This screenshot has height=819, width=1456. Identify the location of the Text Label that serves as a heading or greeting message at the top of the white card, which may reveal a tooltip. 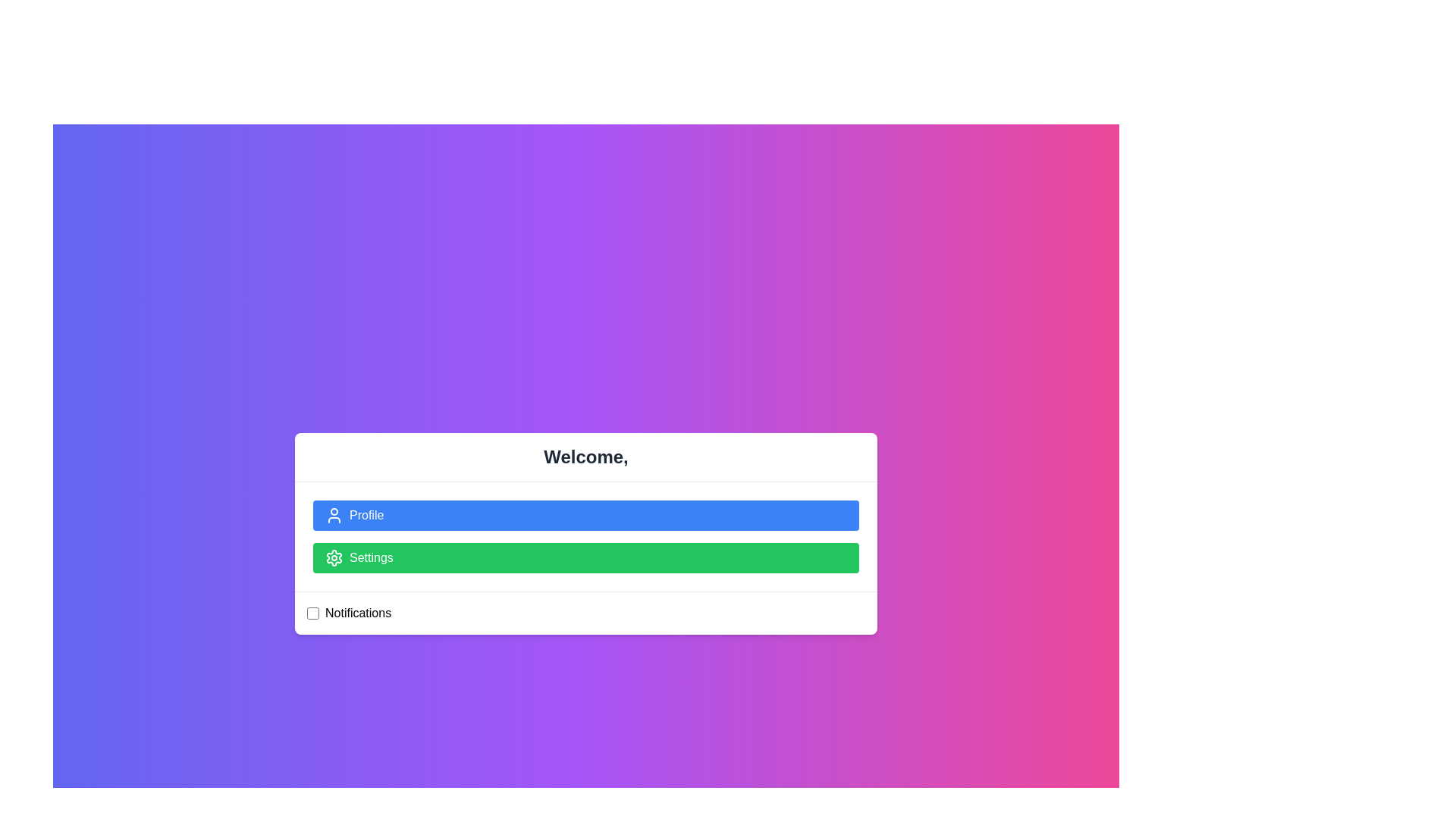
(585, 456).